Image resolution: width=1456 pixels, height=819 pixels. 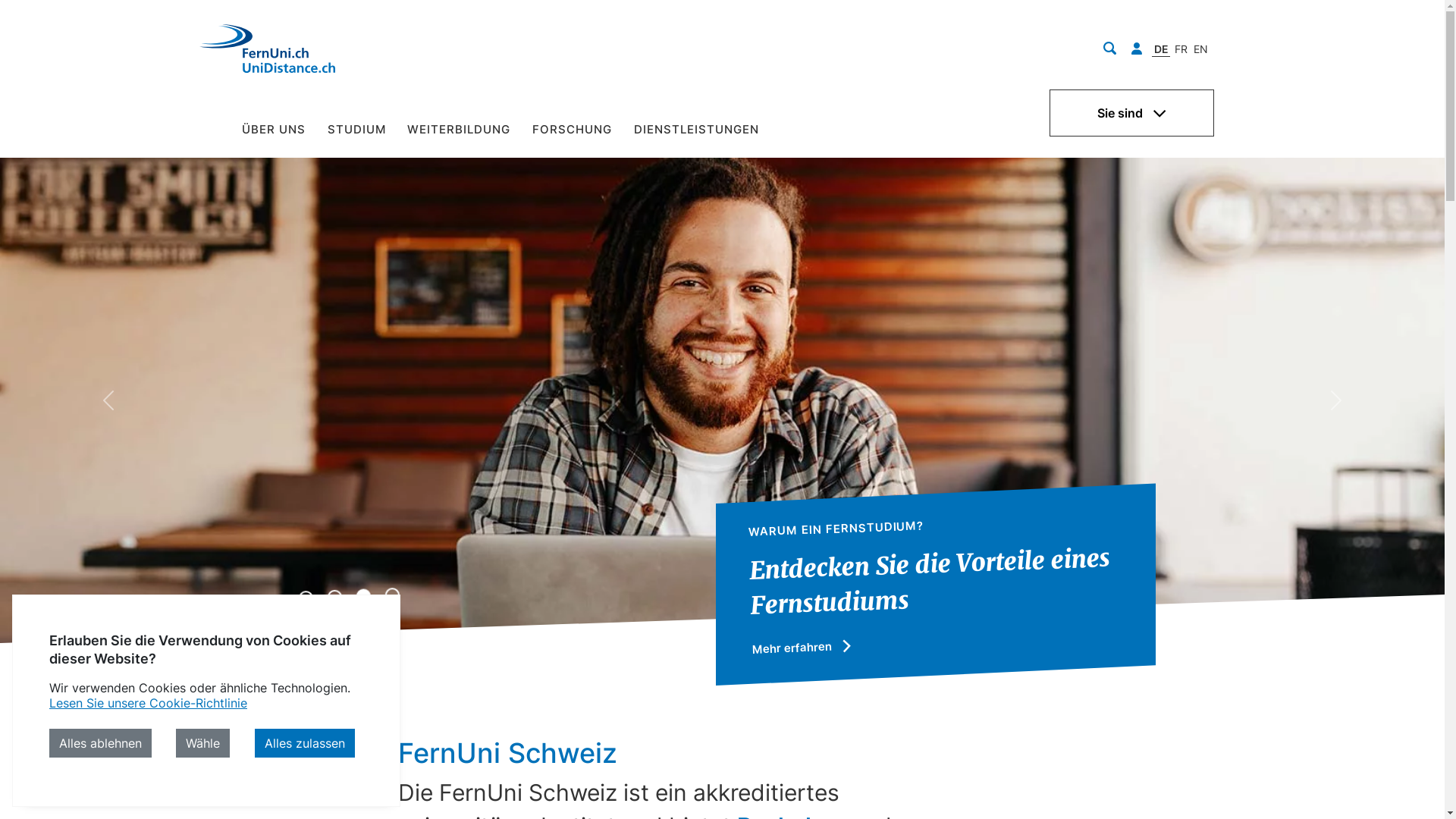 I want to click on 'WEITERBILDUNG', so click(x=458, y=133).